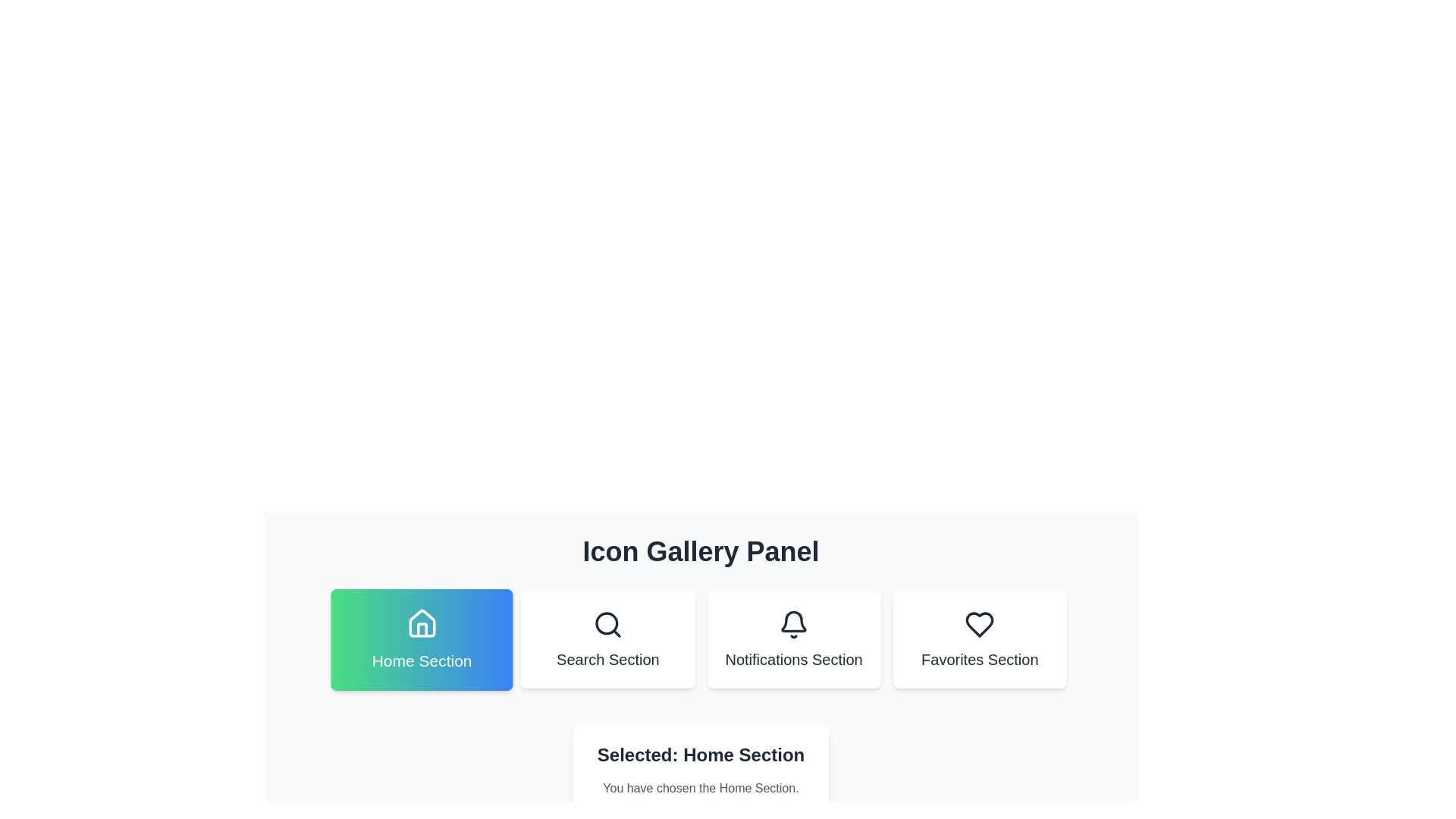  Describe the element at coordinates (607, 625) in the screenshot. I see `the magnifying glass icon, which is the 'Search Section' button` at that location.